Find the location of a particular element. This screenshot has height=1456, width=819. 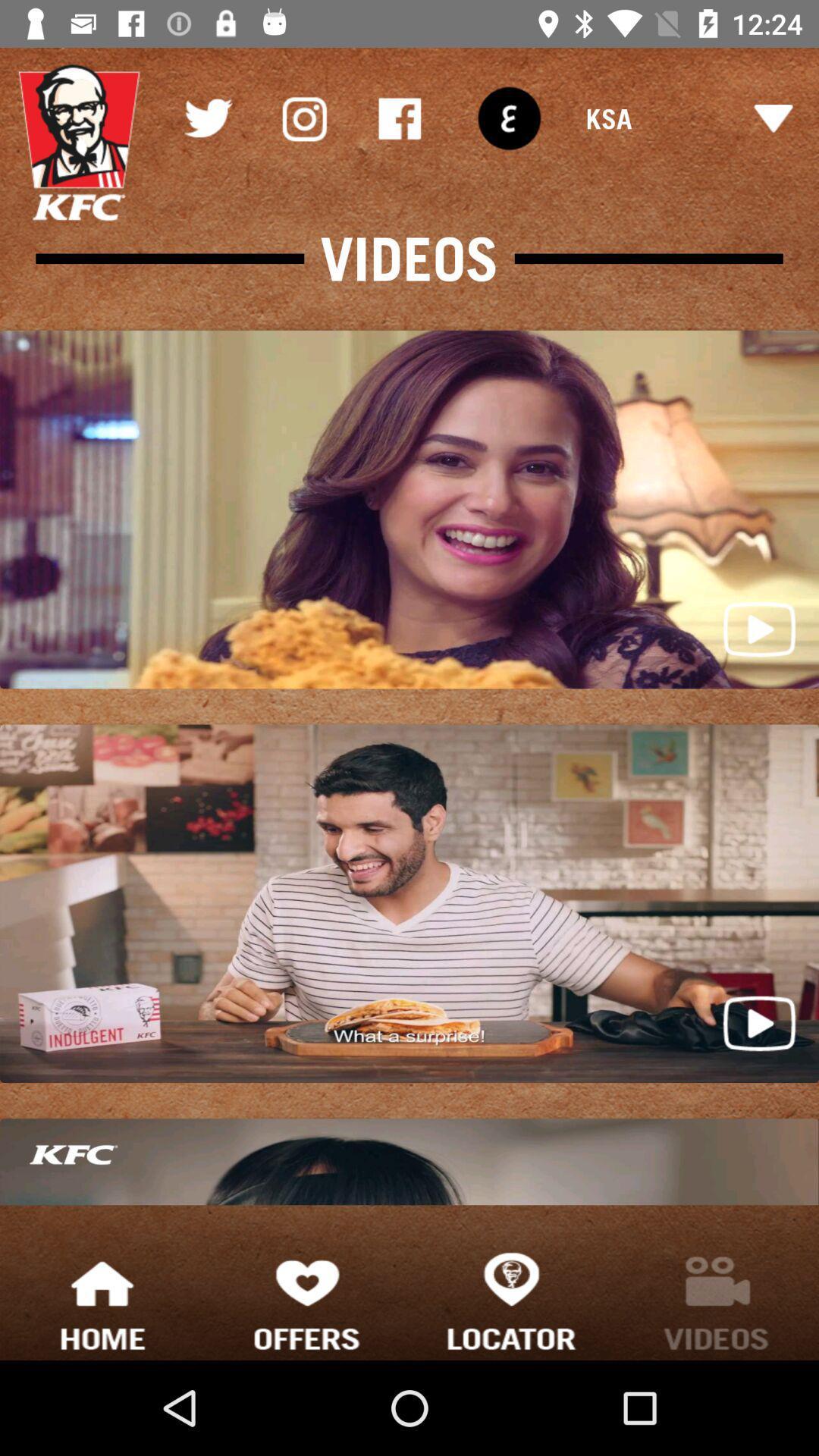

ksa item is located at coordinates (689, 118).